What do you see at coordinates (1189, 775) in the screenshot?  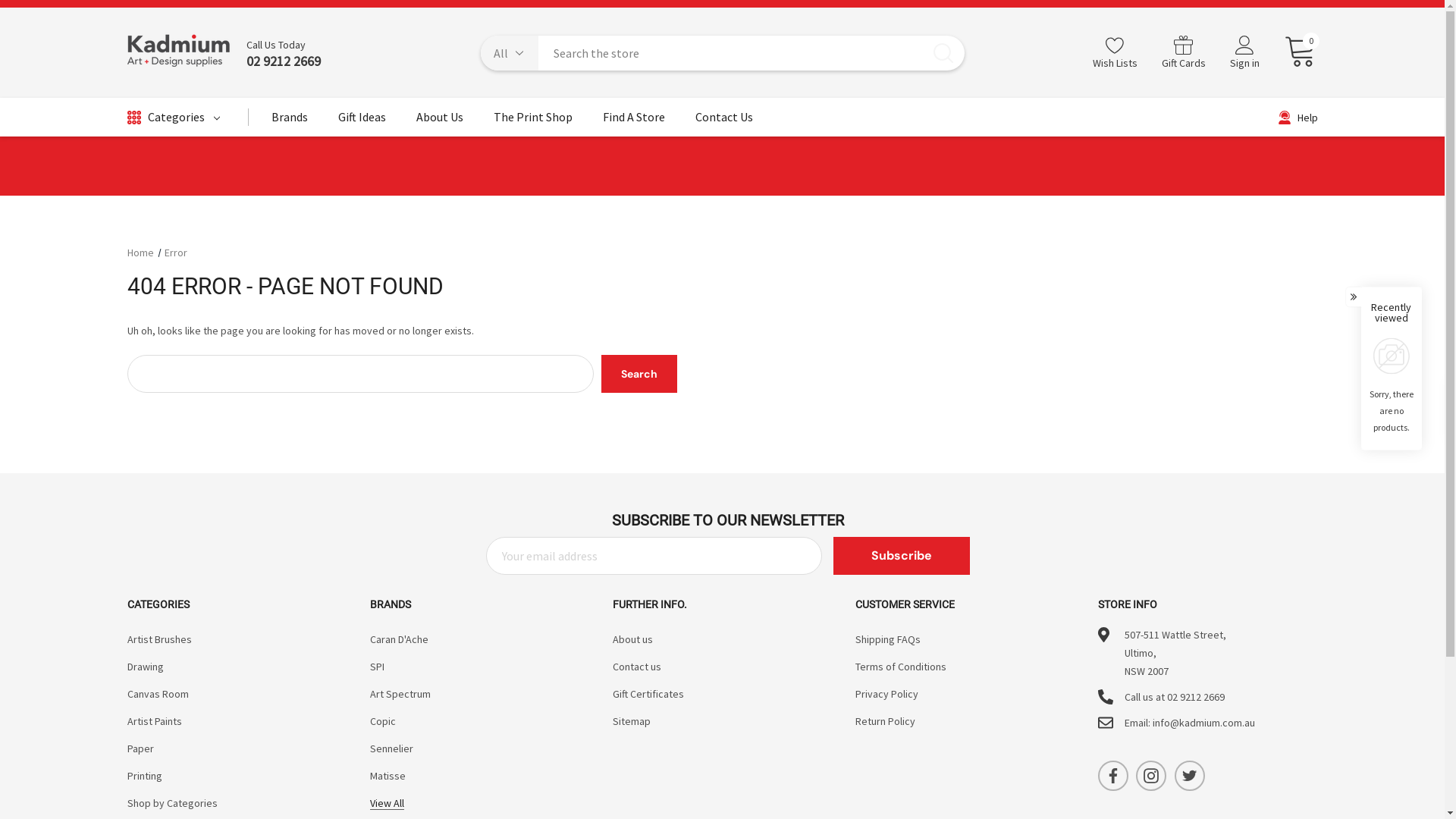 I see `'Open Twitter in a new tab'` at bounding box center [1189, 775].